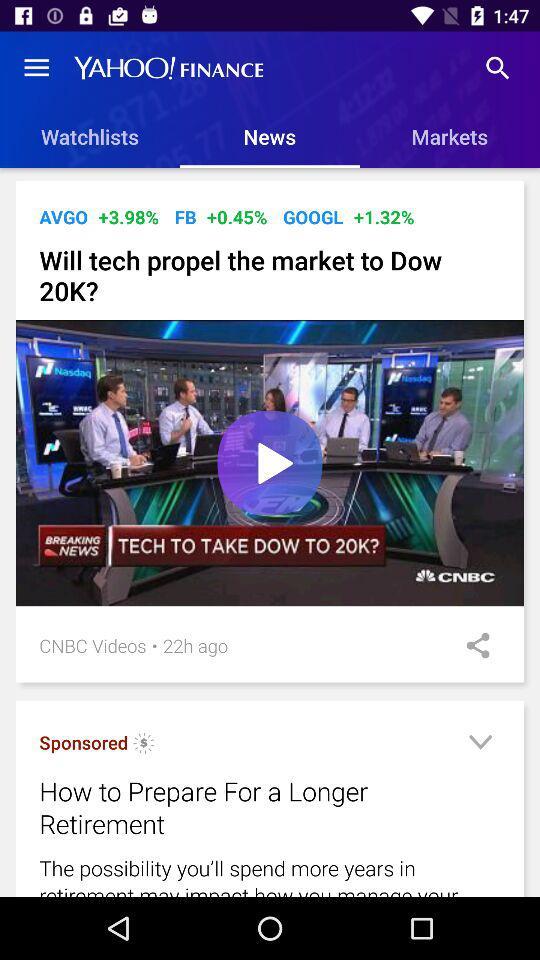  Describe the element at coordinates (143, 744) in the screenshot. I see `sponsors` at that location.